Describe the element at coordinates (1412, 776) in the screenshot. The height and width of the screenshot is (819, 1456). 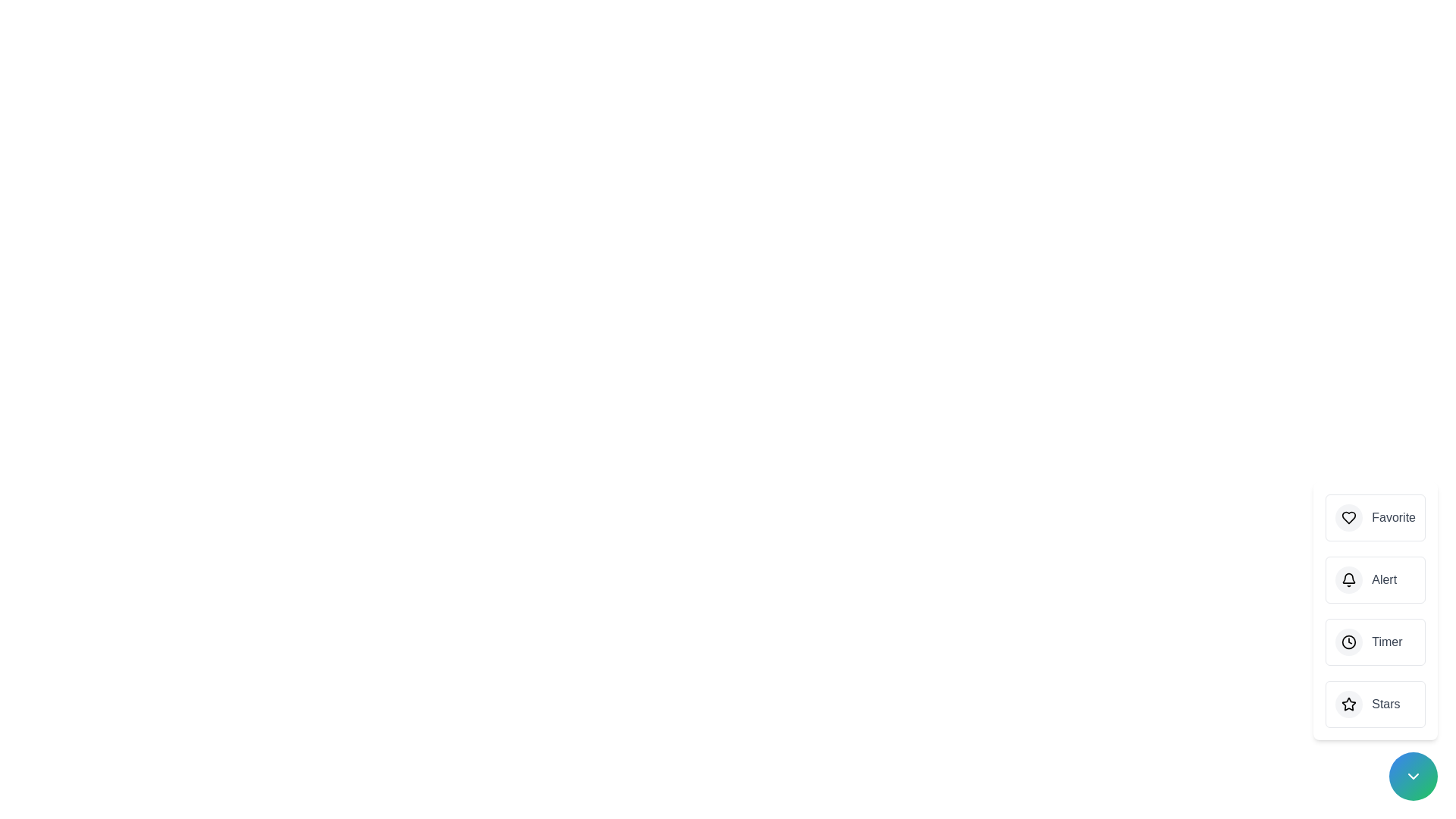
I see `the main button to toggle the speed dial menu` at that location.